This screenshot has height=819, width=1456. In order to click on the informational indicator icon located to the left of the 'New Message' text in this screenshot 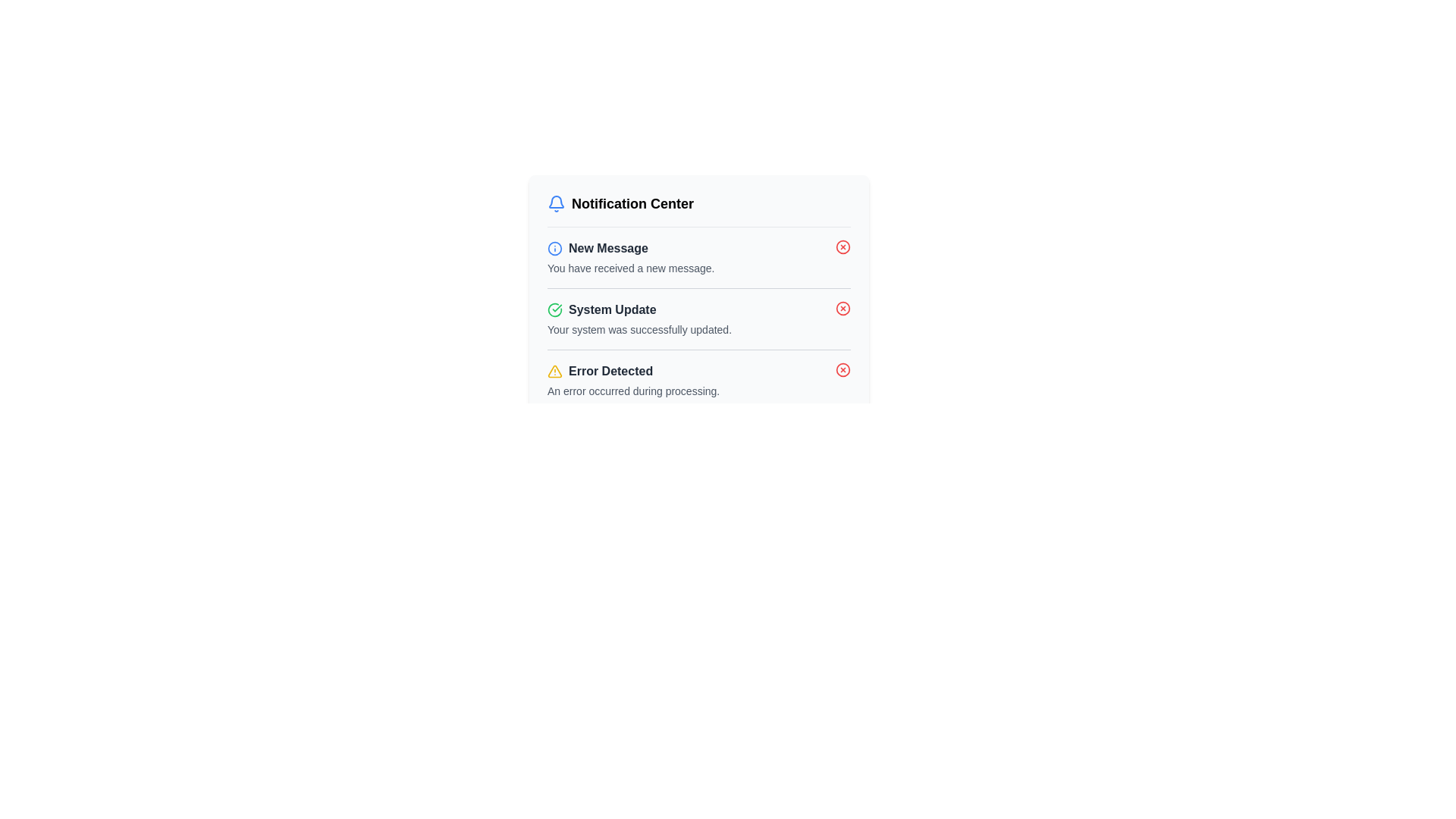, I will do `click(554, 247)`.